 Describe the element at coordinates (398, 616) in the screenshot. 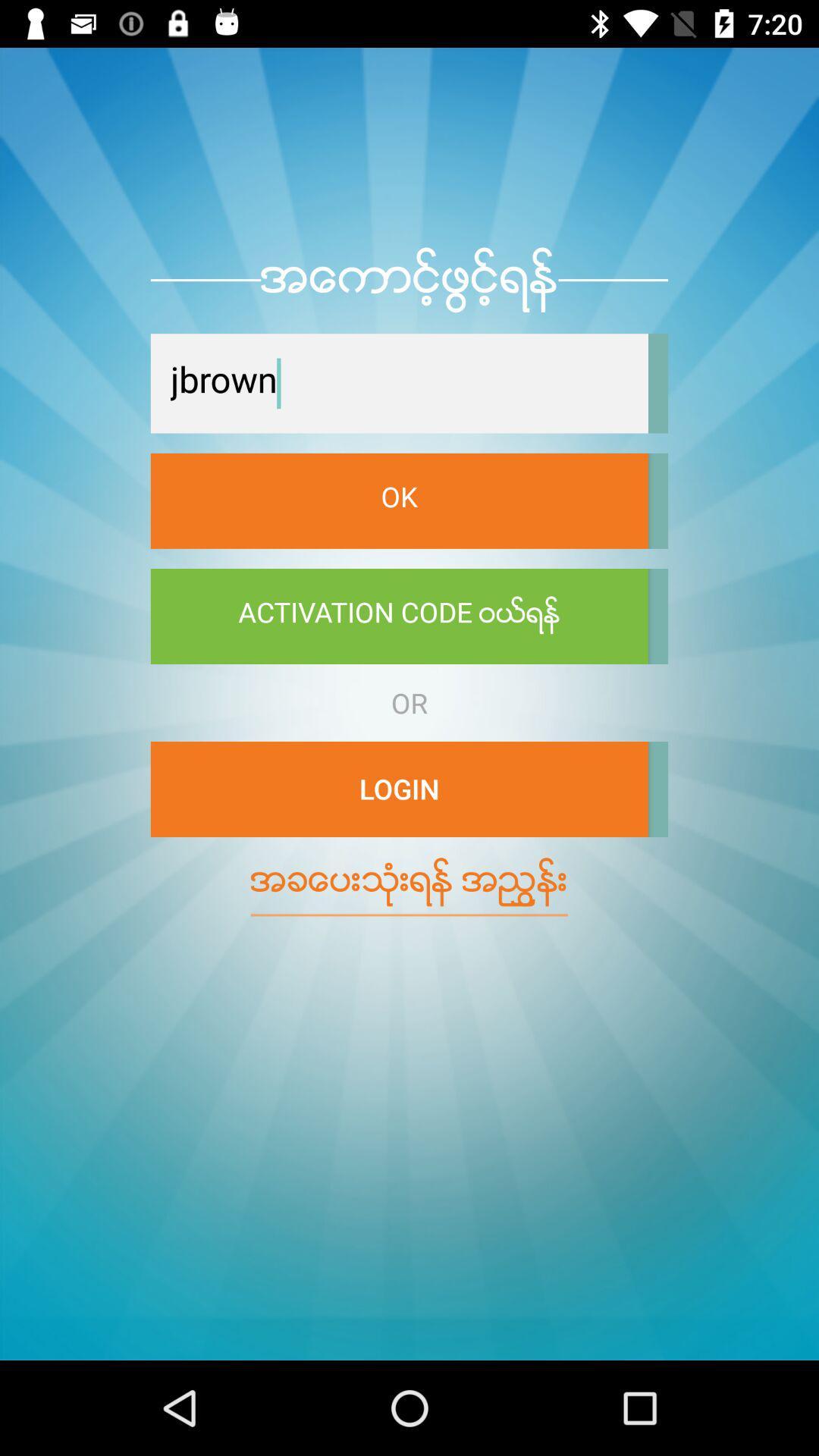

I see `icon below ok item` at that location.